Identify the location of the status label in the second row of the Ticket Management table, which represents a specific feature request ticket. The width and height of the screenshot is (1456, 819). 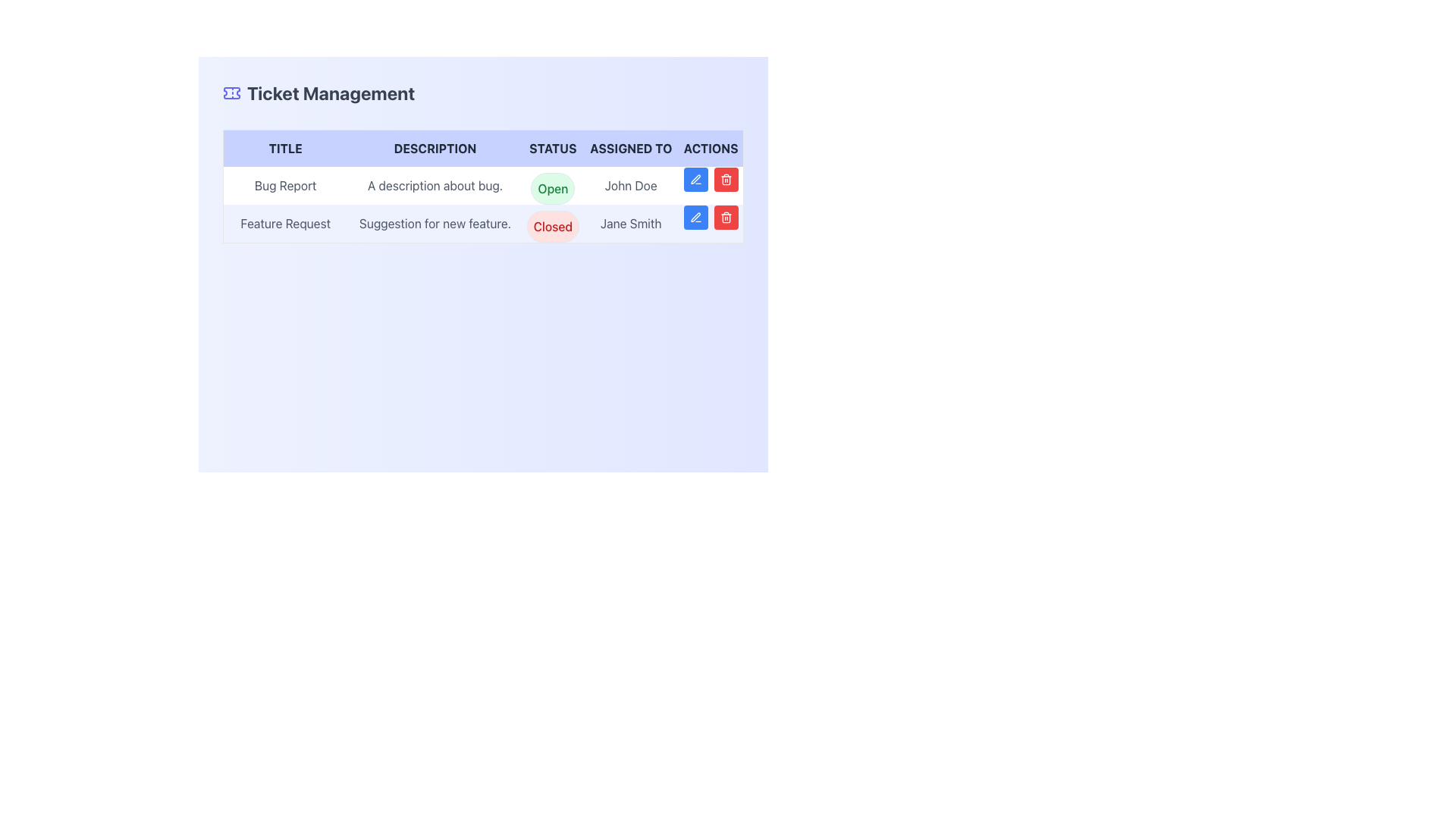
(482, 223).